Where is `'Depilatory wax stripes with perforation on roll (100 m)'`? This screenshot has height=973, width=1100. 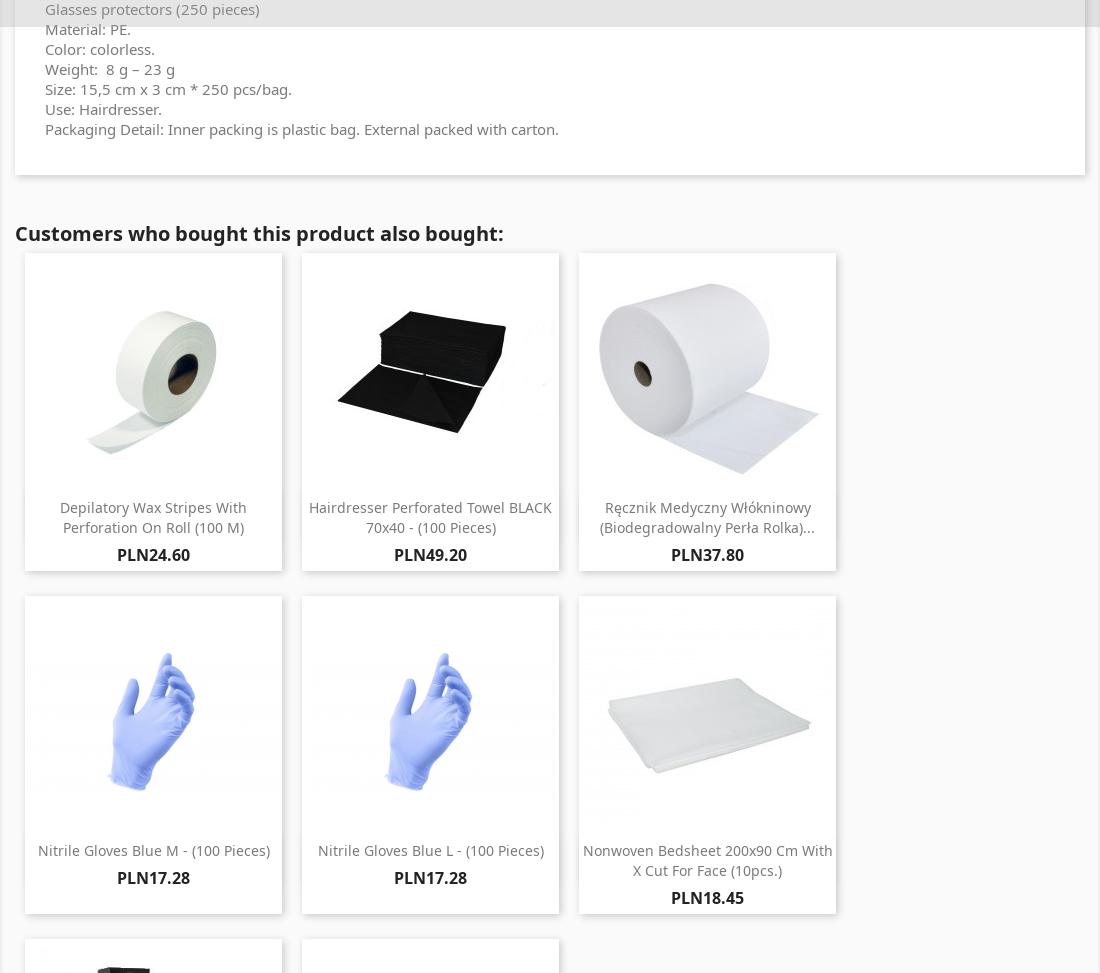
'Depilatory wax stripes with perforation on roll (100 m)' is located at coordinates (152, 515).